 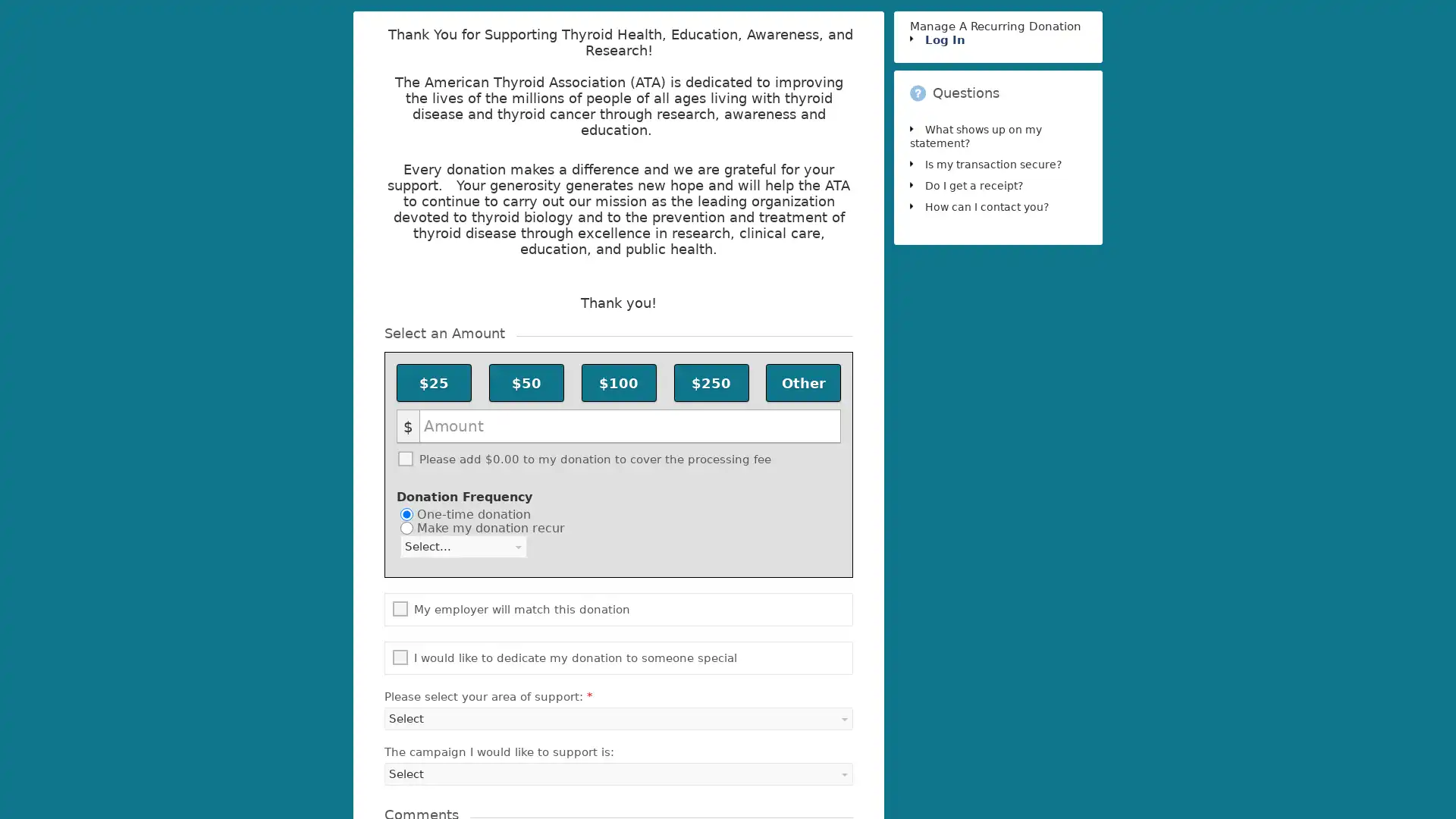 What do you see at coordinates (710, 382) in the screenshot?
I see `$250` at bounding box center [710, 382].